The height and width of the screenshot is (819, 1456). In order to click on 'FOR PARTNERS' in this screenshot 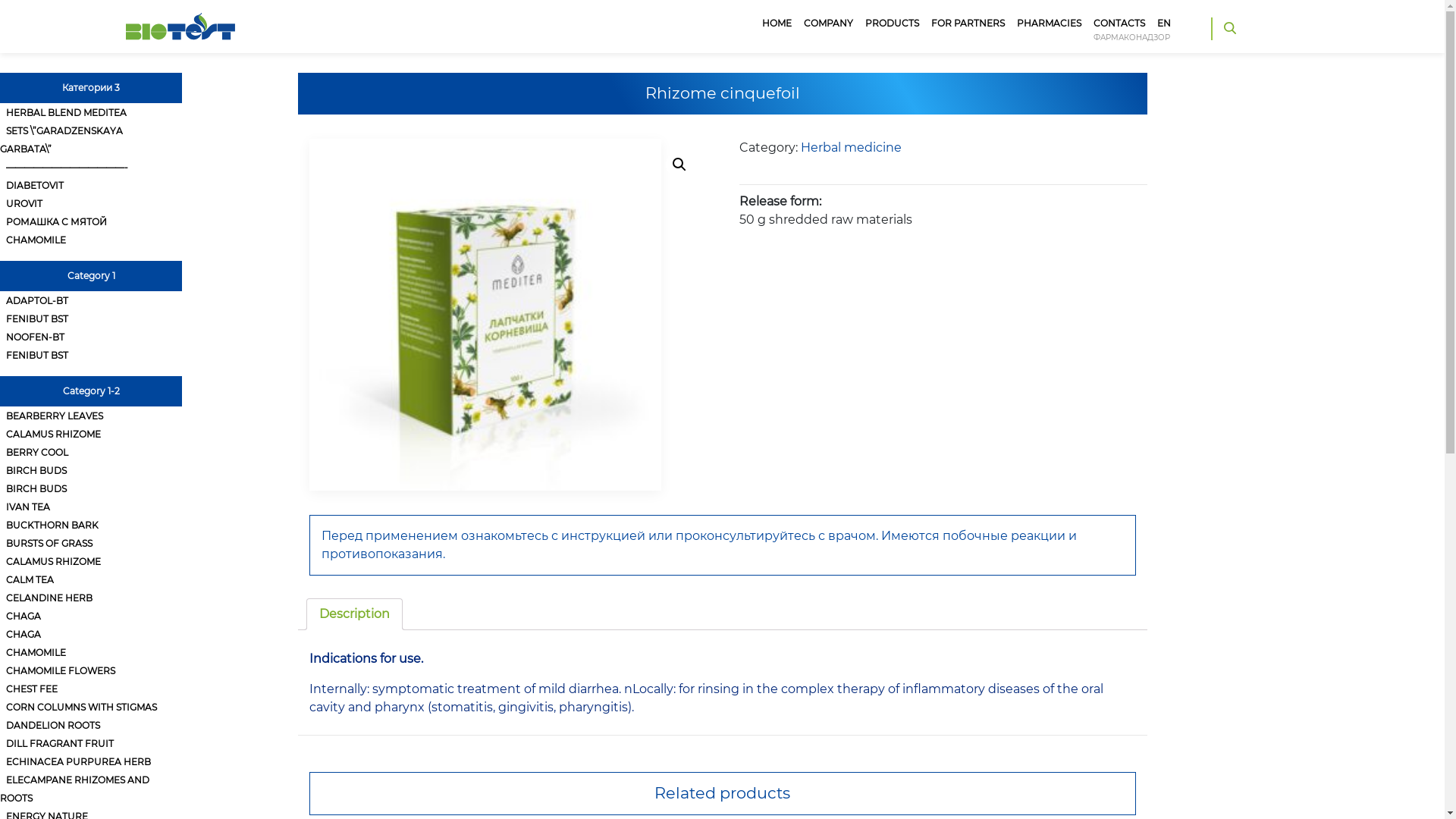, I will do `click(967, 23)`.